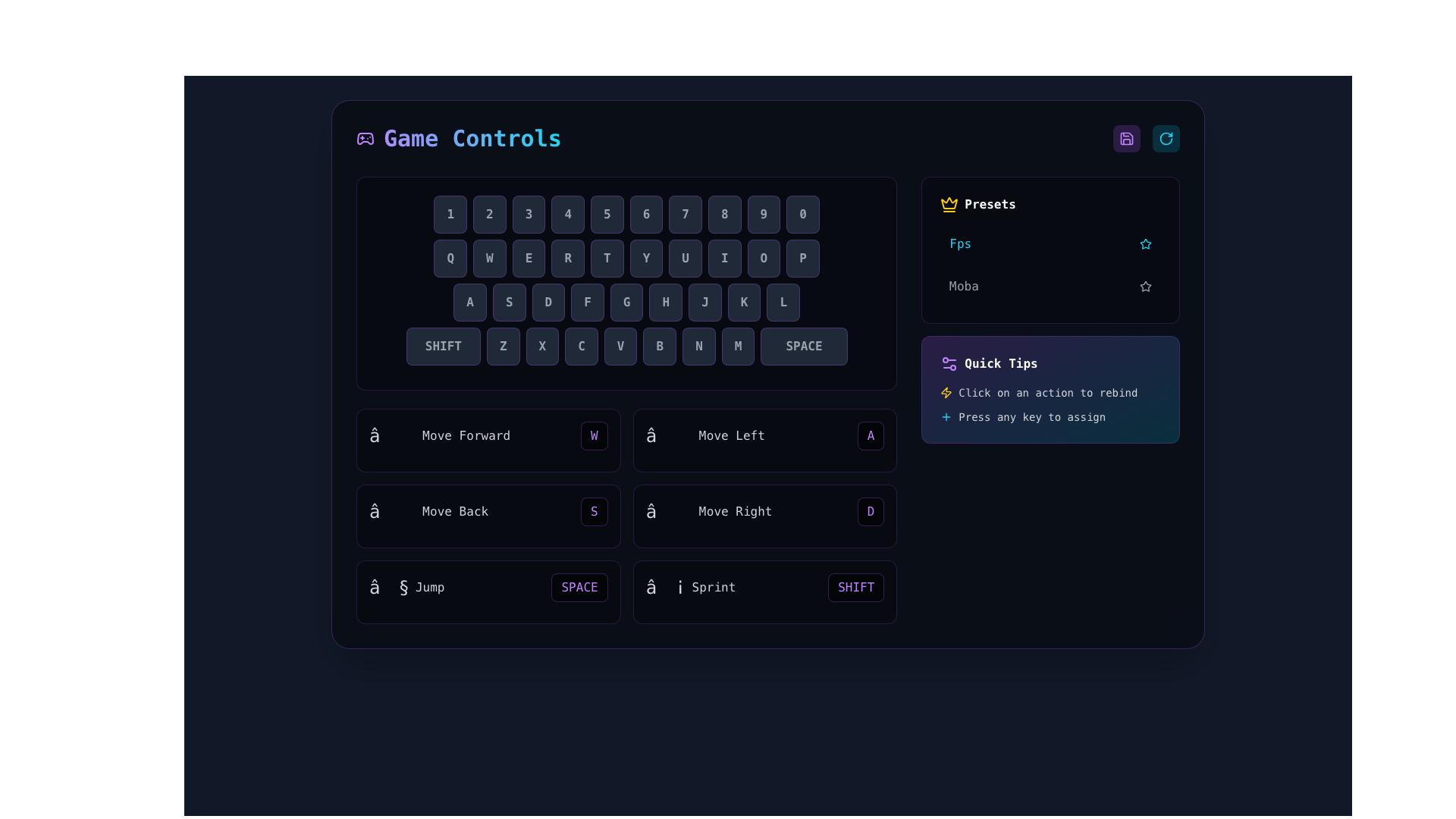 This screenshot has height=819, width=1456. What do you see at coordinates (503, 346) in the screenshot?
I see `the Virtual Keyboard Key displaying 'Z', which is the second button in the bottom row of the virtual keyboard layout` at bounding box center [503, 346].